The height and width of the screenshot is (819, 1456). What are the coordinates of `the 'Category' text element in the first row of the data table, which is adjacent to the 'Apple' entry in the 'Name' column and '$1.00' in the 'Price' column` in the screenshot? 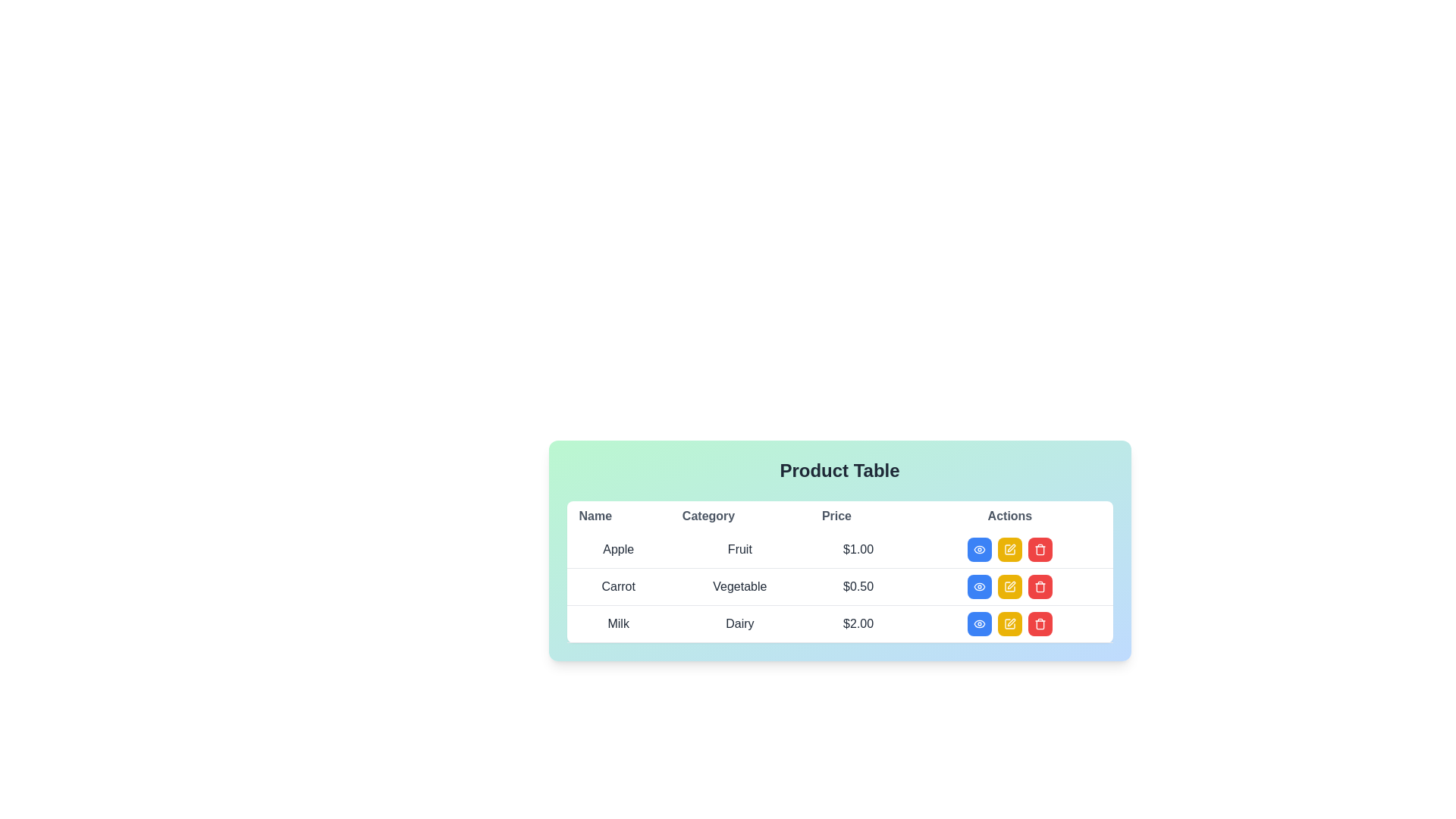 It's located at (739, 550).